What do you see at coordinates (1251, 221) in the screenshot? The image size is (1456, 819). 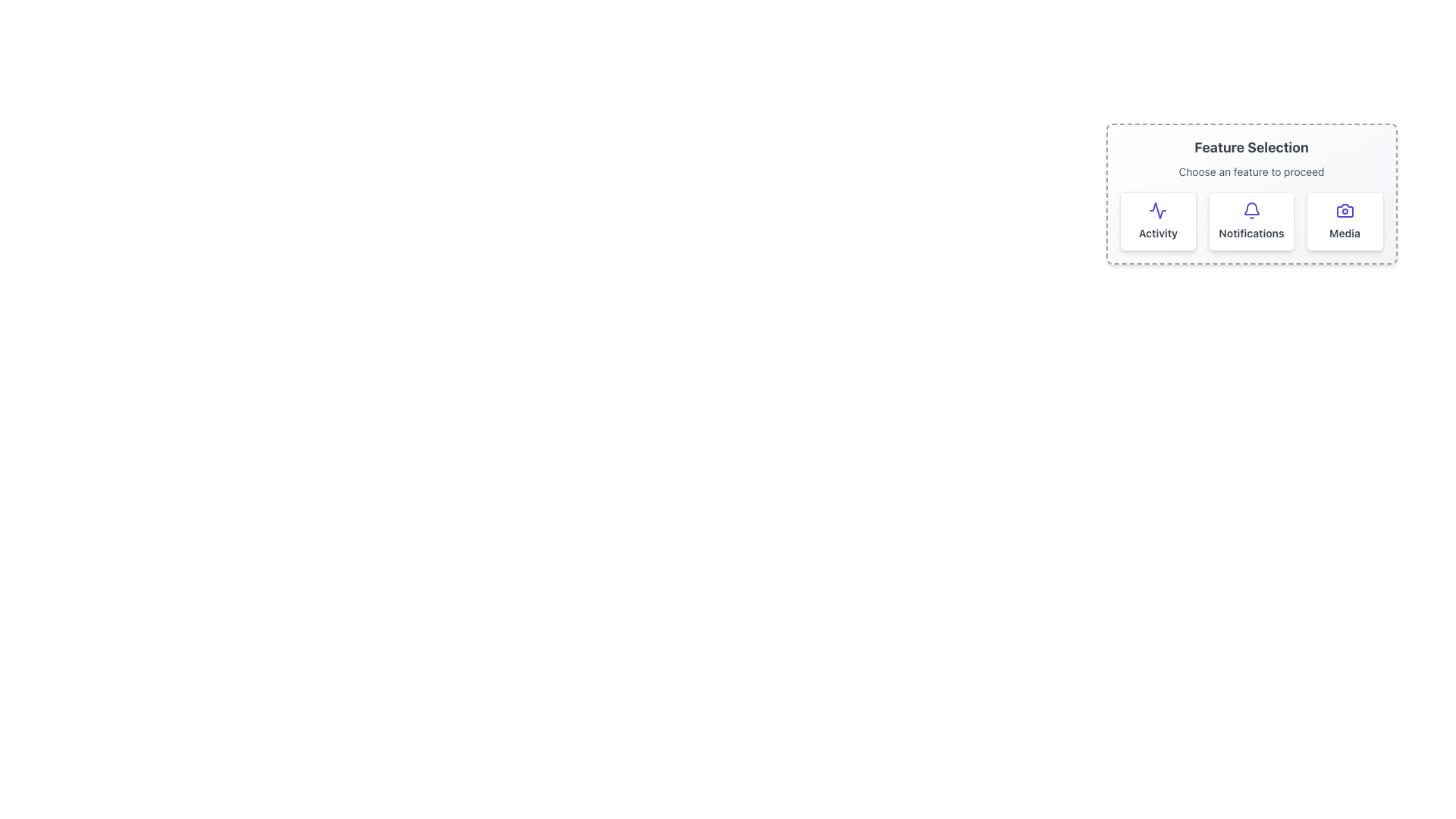 I see `the 'Notifications' button card that is positioned between the 'Activity' card and the 'Media' card in the three-card layout` at bounding box center [1251, 221].